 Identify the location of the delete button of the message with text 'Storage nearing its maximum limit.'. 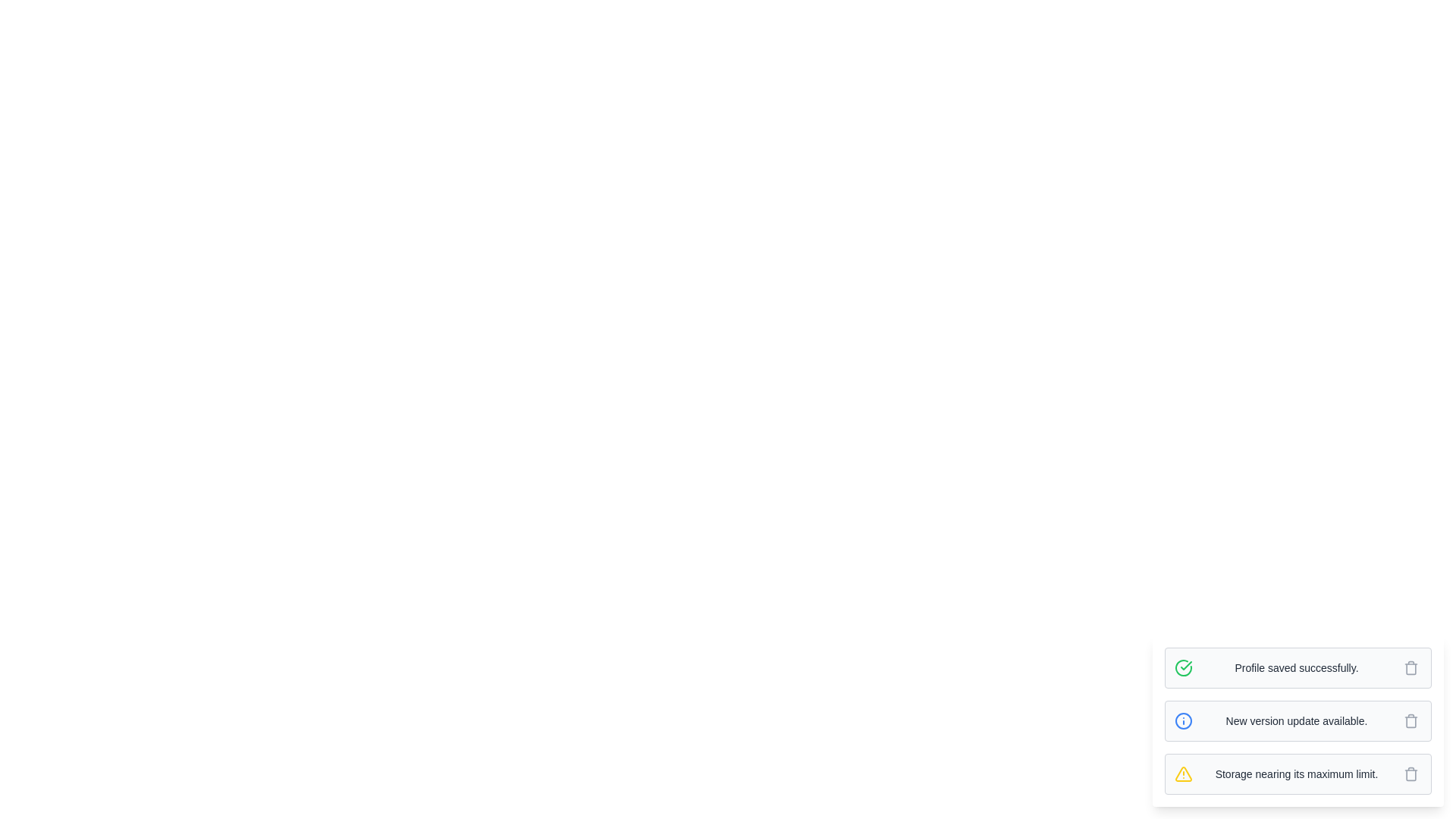
(1410, 774).